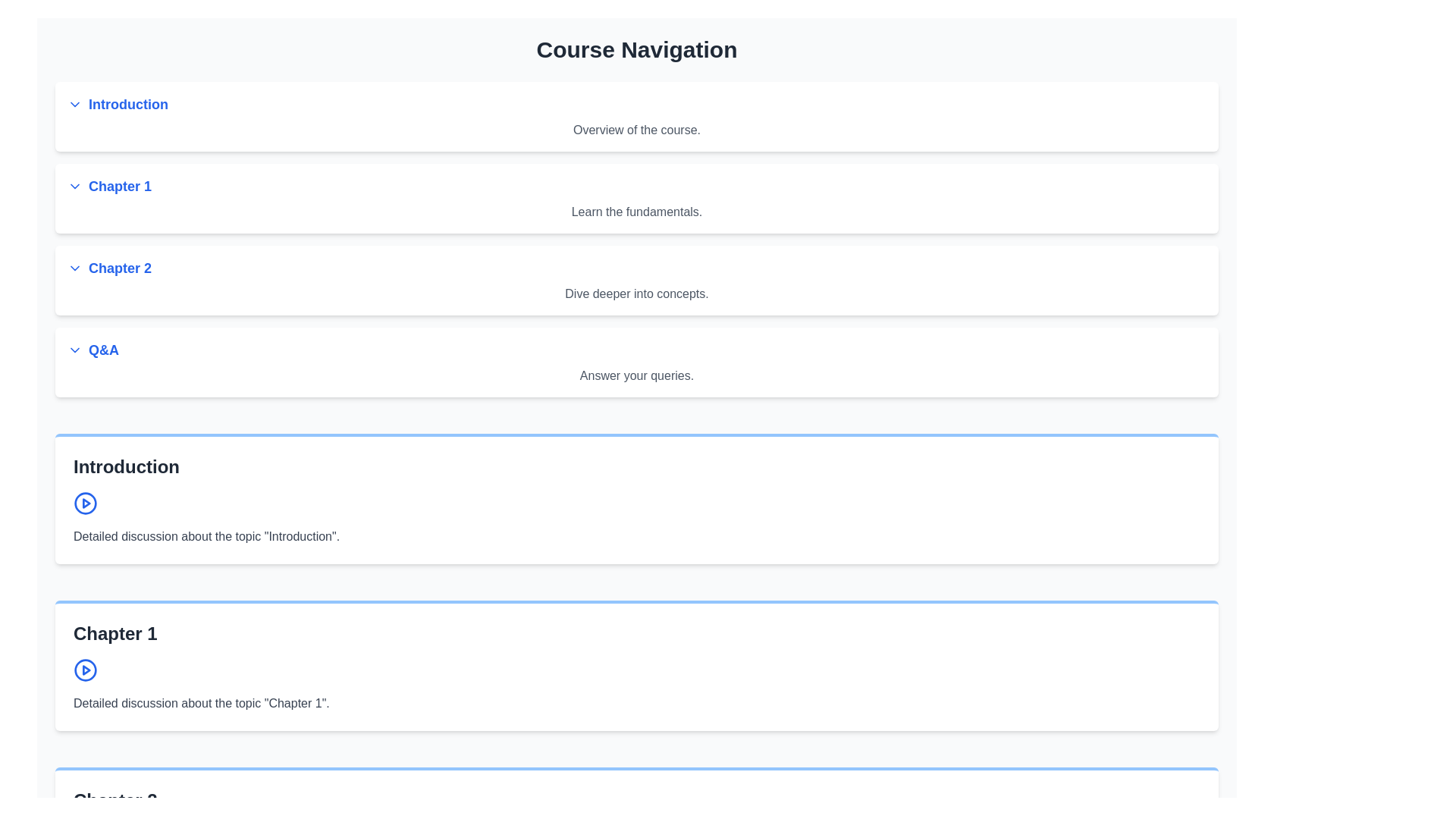 This screenshot has width=1456, height=819. What do you see at coordinates (74, 186) in the screenshot?
I see `the chevron-down icon located to the left of the 'Chapter 1' text label` at bounding box center [74, 186].